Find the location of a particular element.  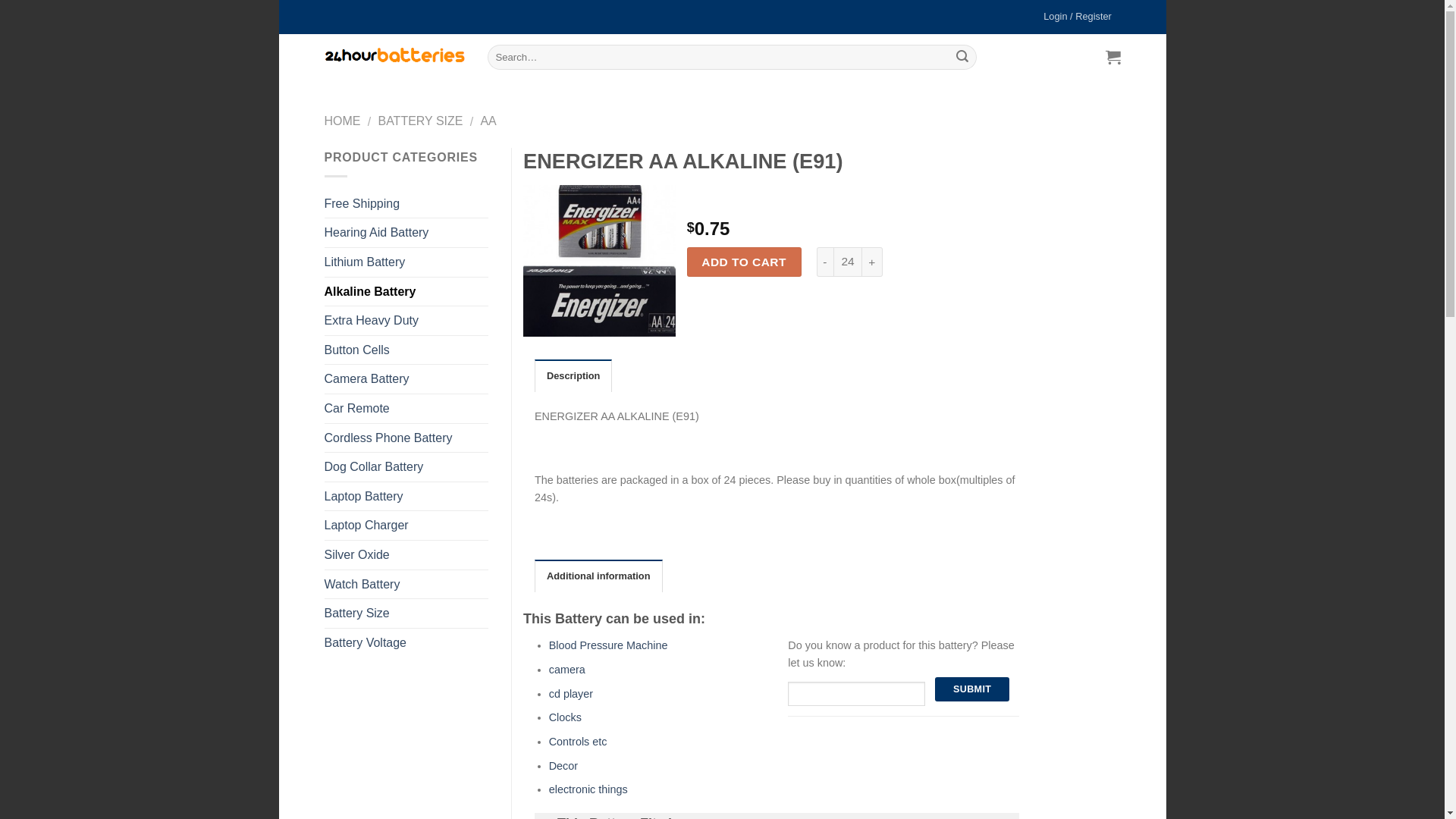

'HOME' is located at coordinates (341, 120).